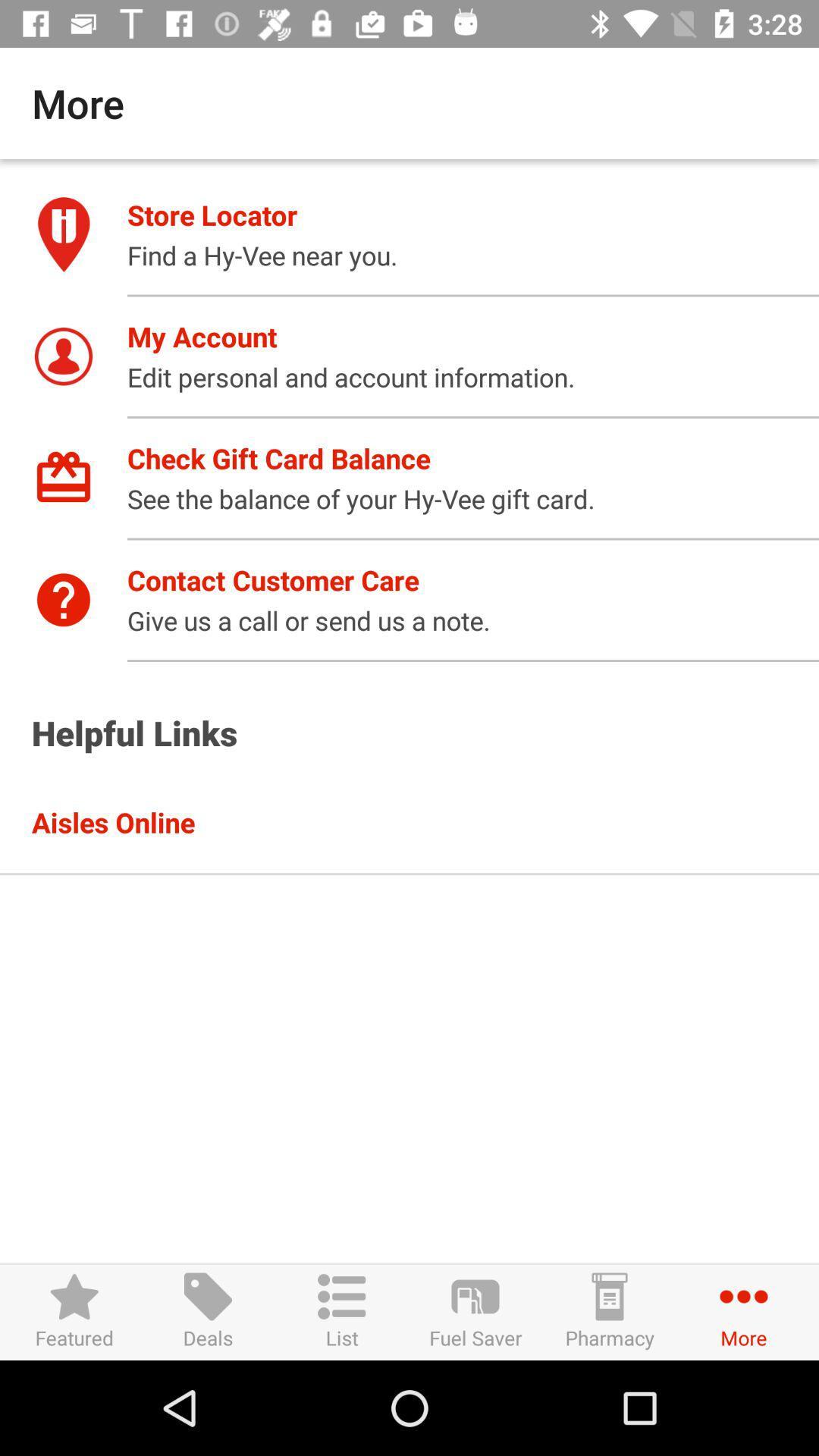  Describe the element at coordinates (342, 1311) in the screenshot. I see `the icon next to fuel saver icon` at that location.